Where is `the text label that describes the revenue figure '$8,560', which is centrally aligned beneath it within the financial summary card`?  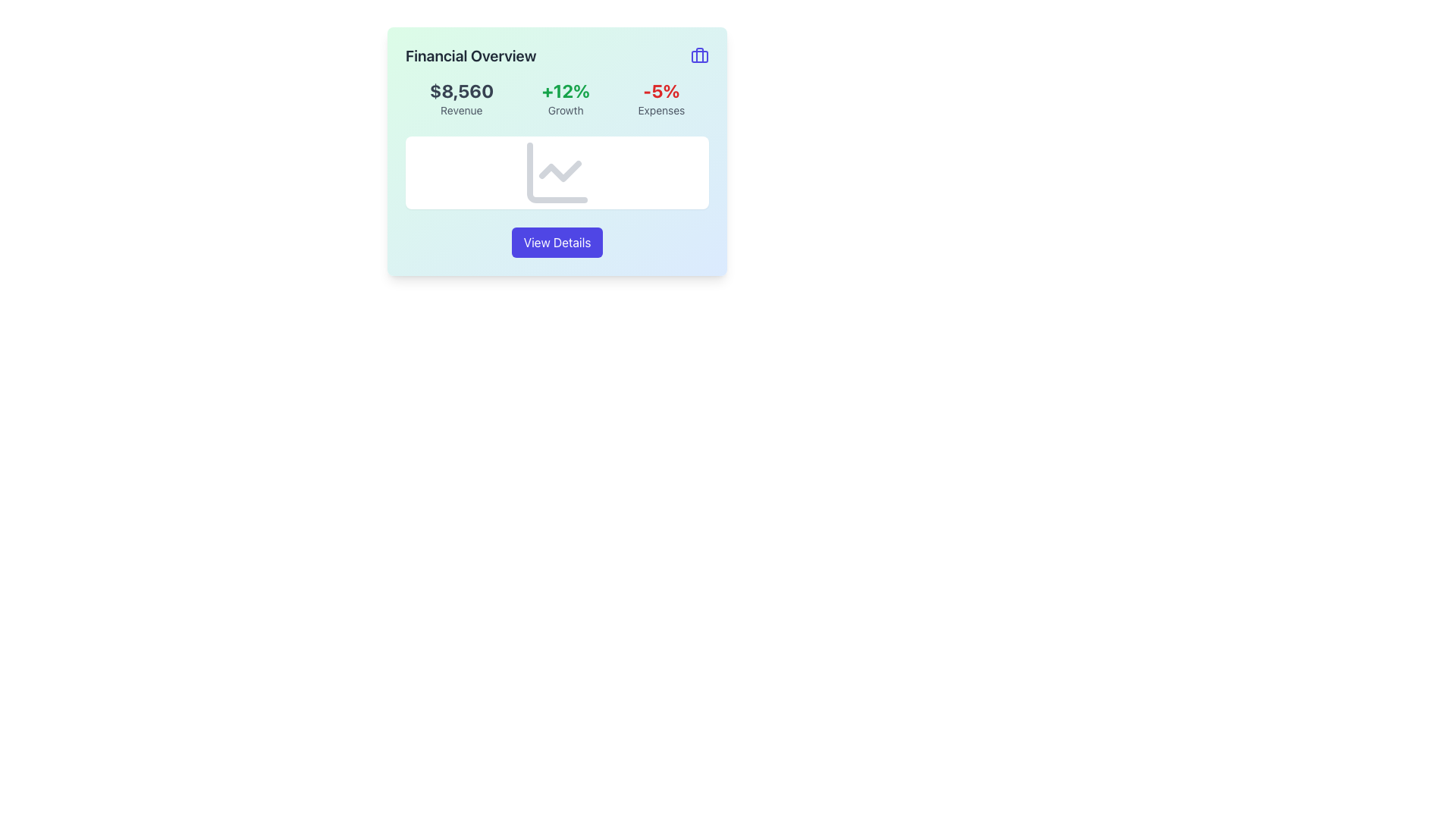
the text label that describes the revenue figure '$8,560', which is centrally aligned beneath it within the financial summary card is located at coordinates (460, 110).